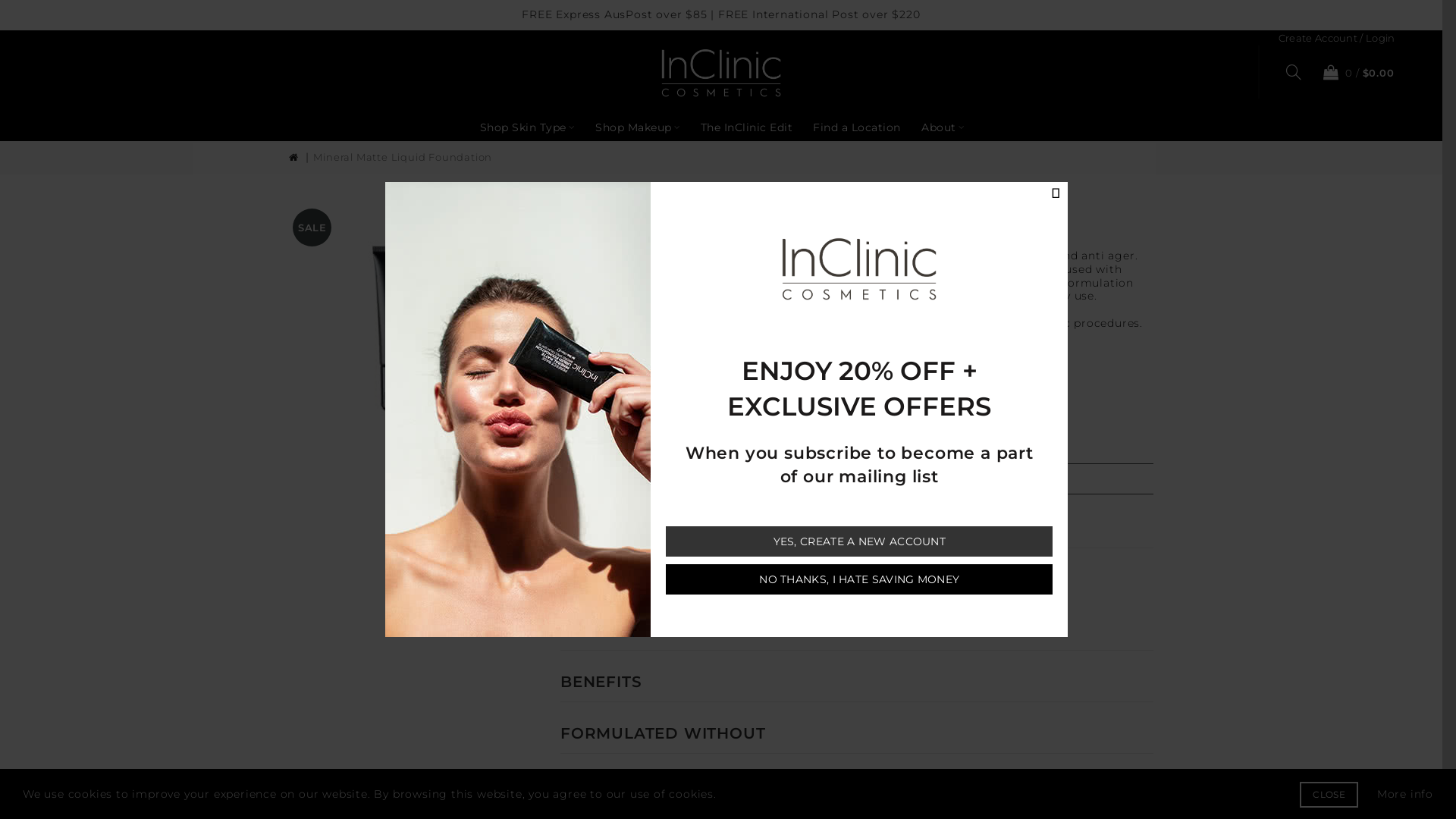 This screenshot has height=819, width=1456. What do you see at coordinates (856, 127) in the screenshot?
I see `'Find a Location'` at bounding box center [856, 127].